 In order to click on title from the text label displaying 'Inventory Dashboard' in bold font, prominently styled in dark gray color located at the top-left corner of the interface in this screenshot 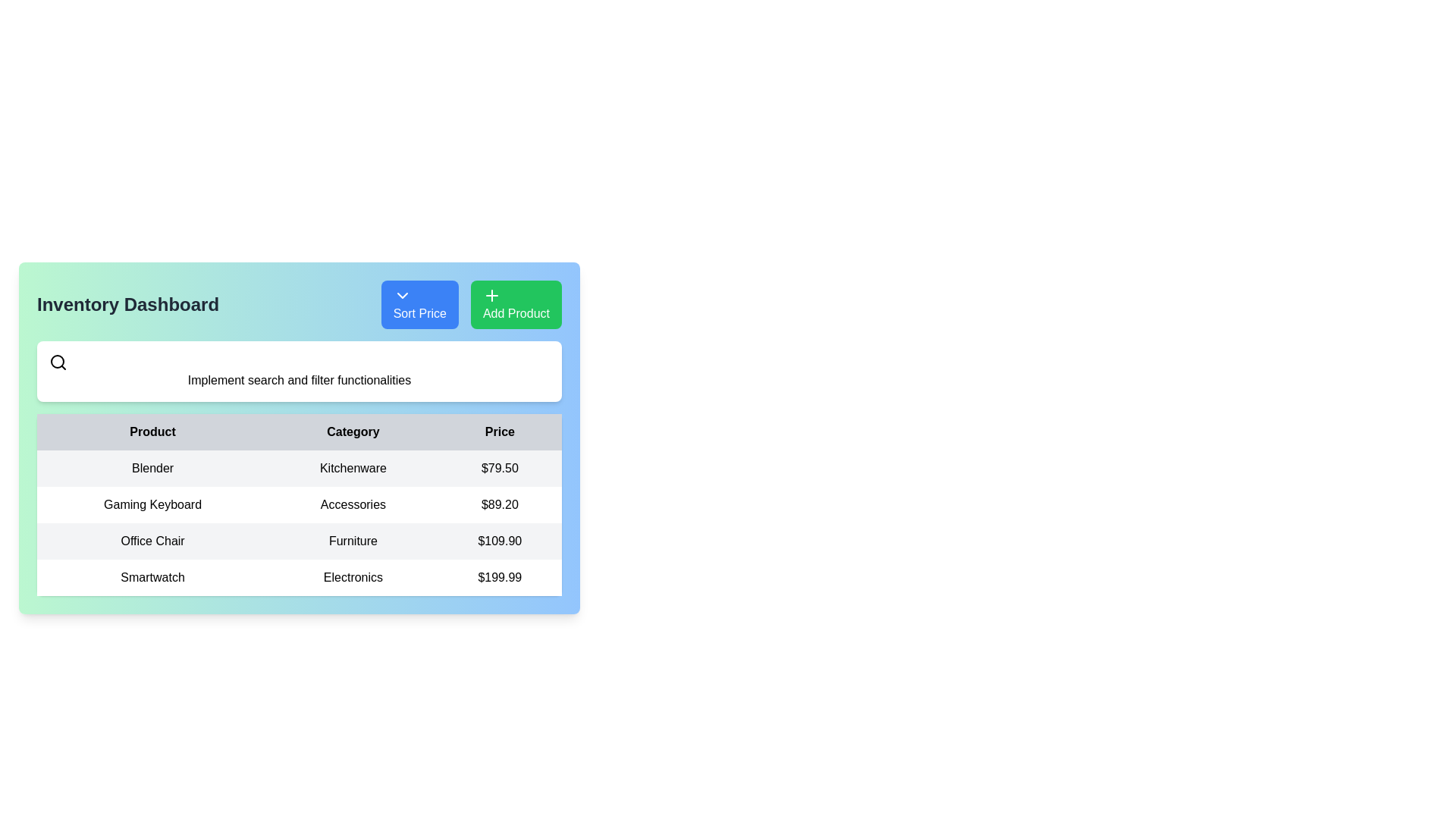, I will do `click(127, 304)`.